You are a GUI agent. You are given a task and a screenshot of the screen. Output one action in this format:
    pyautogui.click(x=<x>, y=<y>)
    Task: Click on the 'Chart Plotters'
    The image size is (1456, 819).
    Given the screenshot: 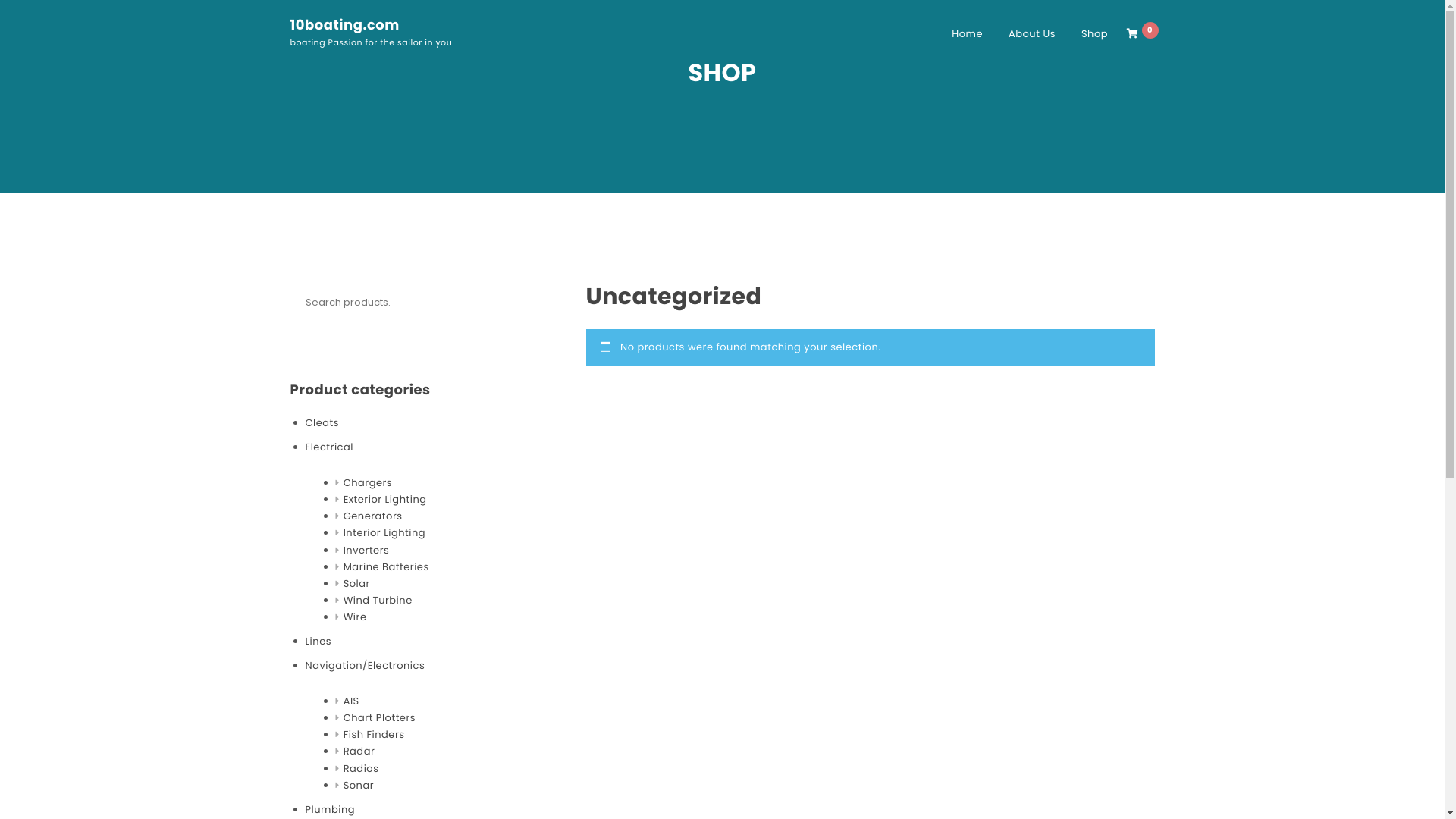 What is the action you would take?
    pyautogui.click(x=379, y=717)
    